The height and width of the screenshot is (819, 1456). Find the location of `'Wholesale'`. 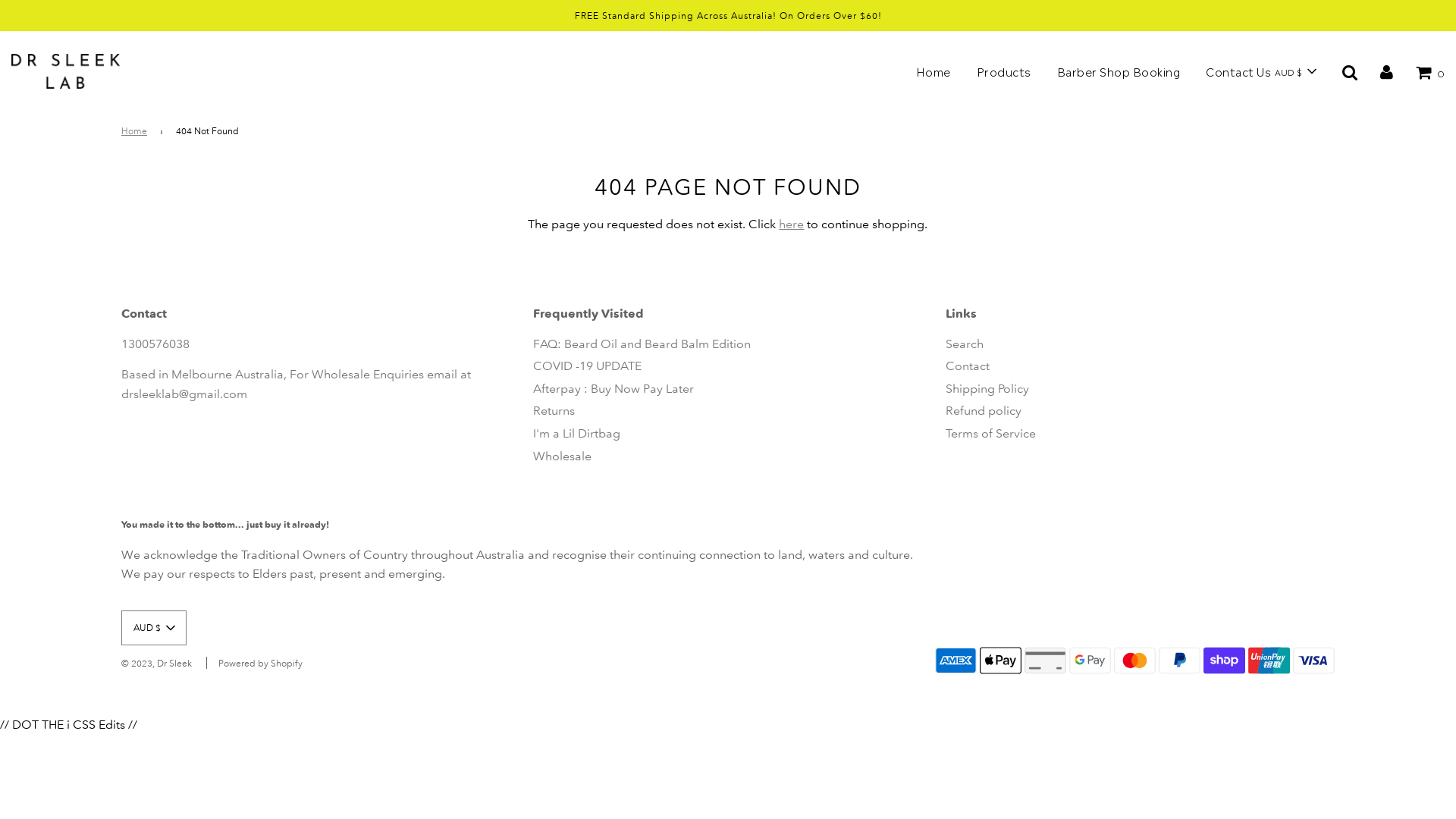

'Wholesale' is located at coordinates (561, 455).